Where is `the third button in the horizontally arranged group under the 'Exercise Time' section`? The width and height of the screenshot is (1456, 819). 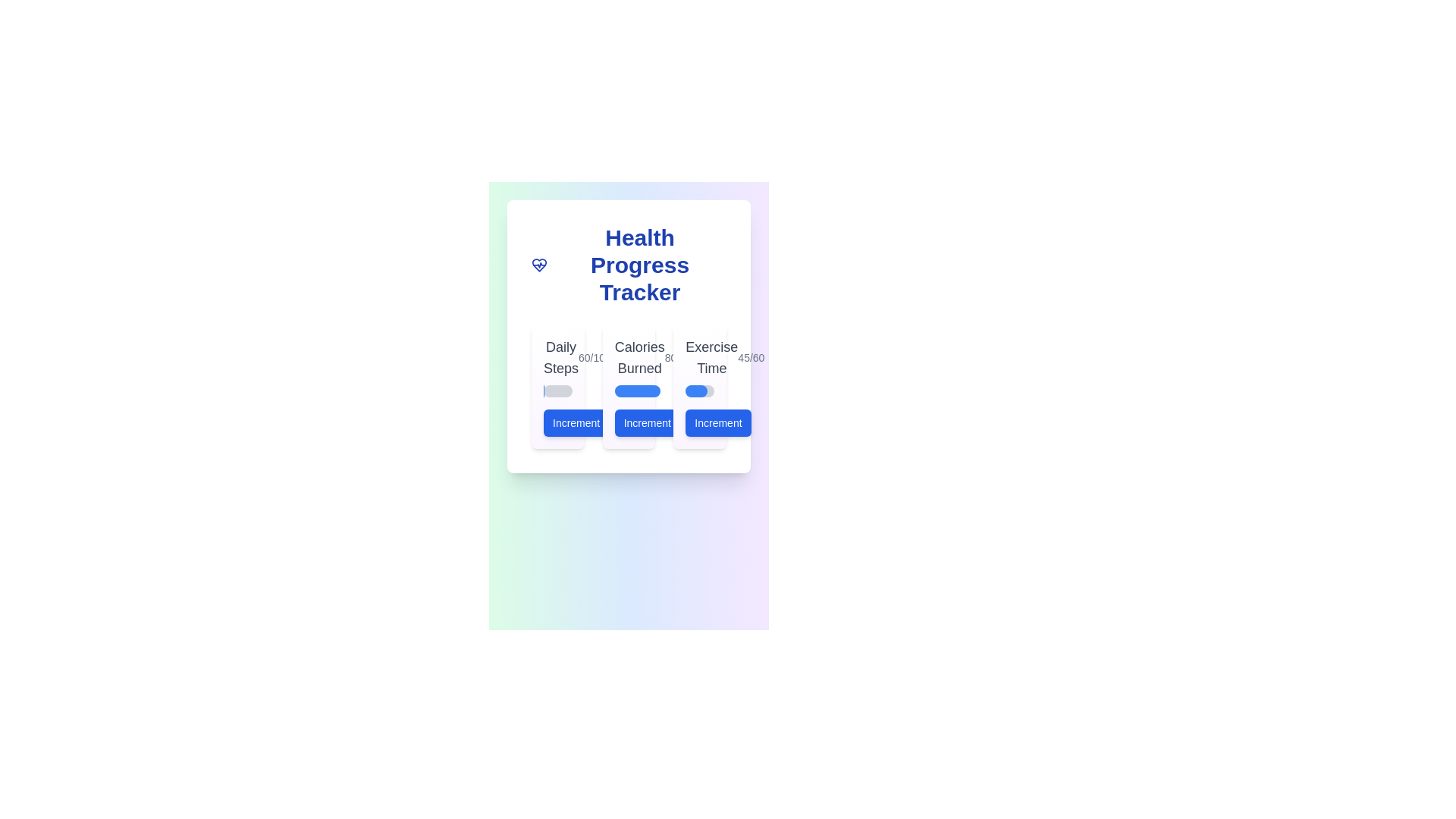 the third button in the horizontally arranged group under the 'Exercise Time' section is located at coordinates (698, 423).